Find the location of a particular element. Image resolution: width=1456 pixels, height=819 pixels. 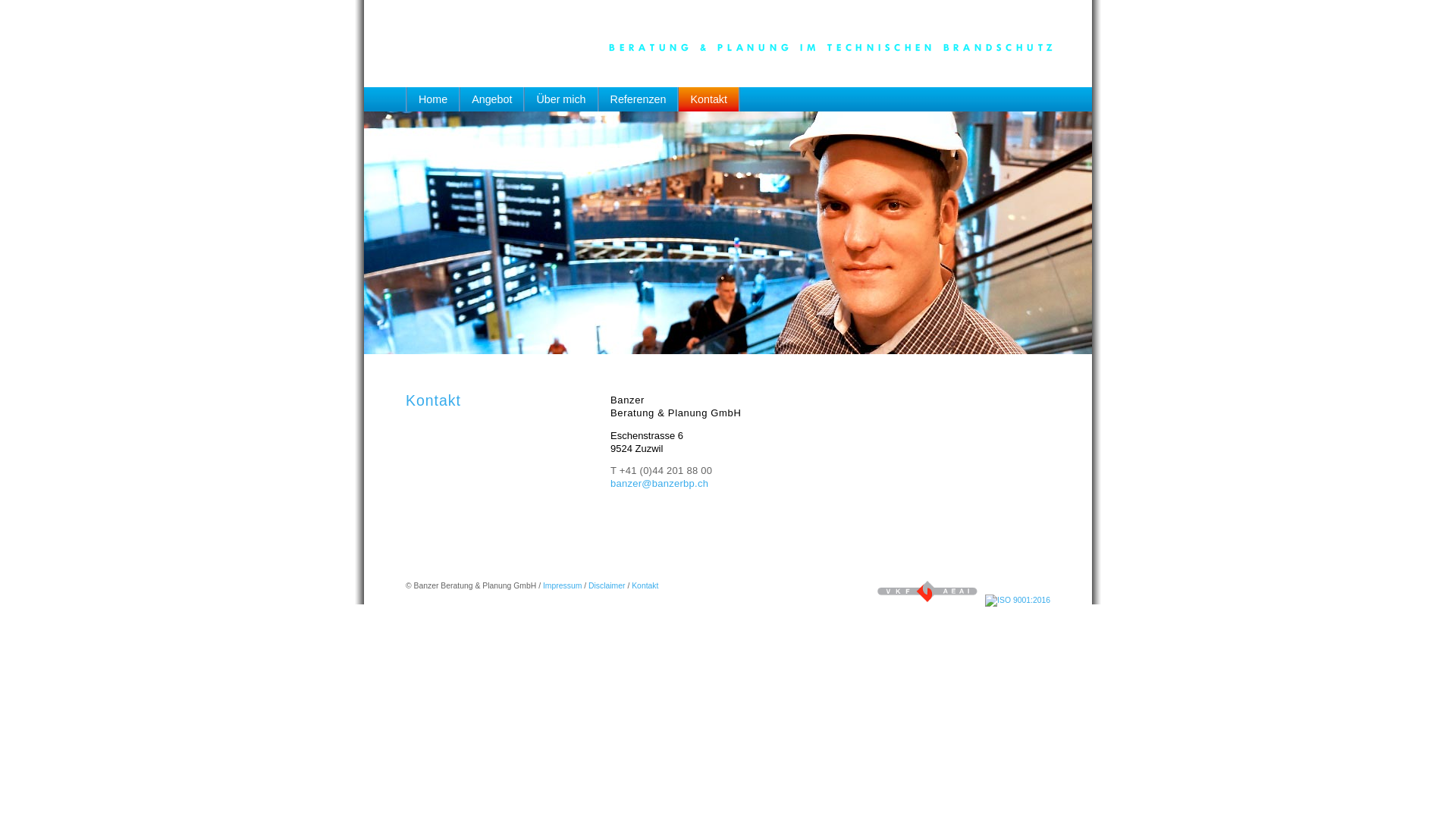

'Home' is located at coordinates (432, 102).